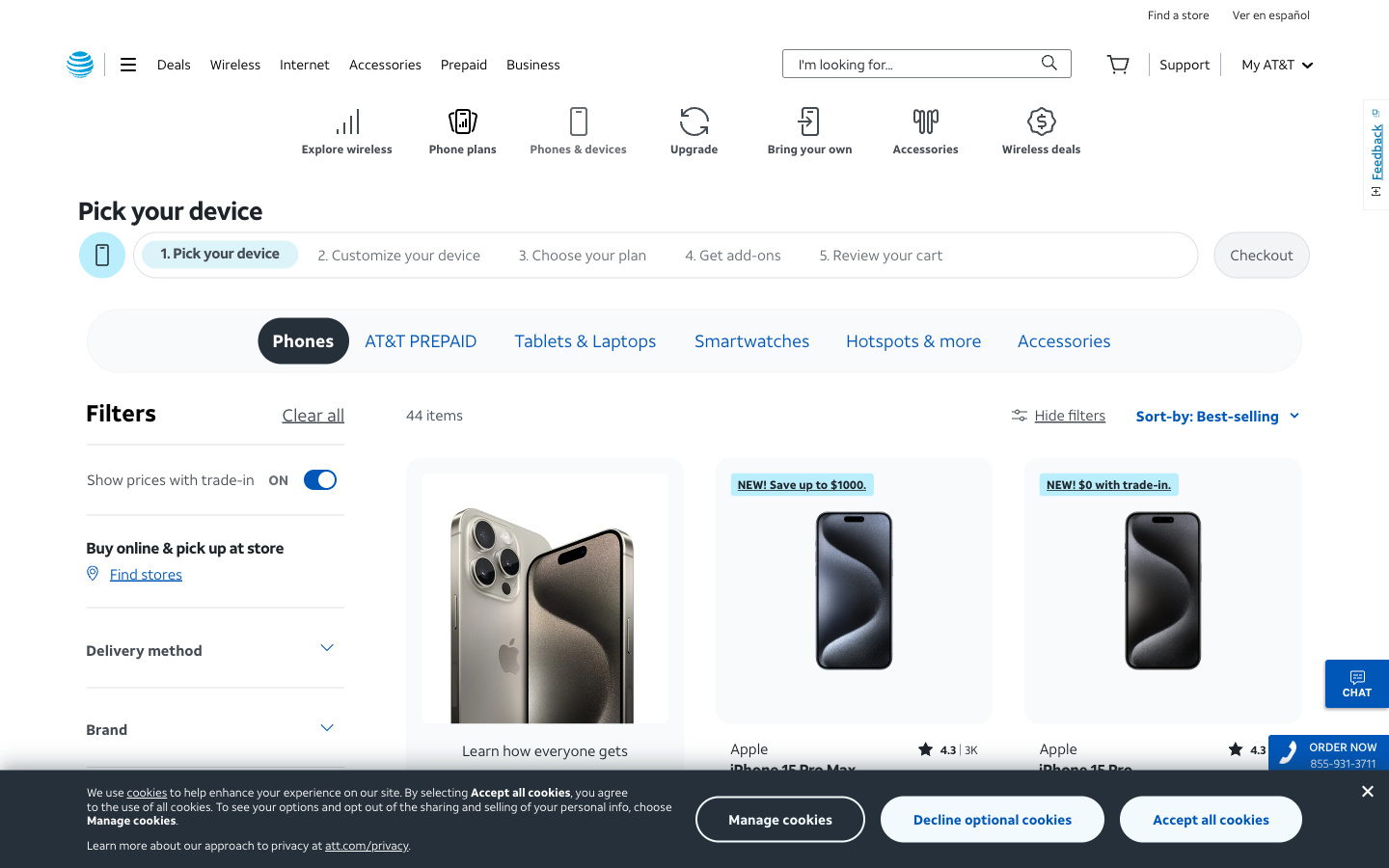 Image resolution: width=1389 pixels, height=868 pixels. I want to click on Opt for the topmost option mentioned in the My-AT&T selection dropdown, so click(1275, 63).